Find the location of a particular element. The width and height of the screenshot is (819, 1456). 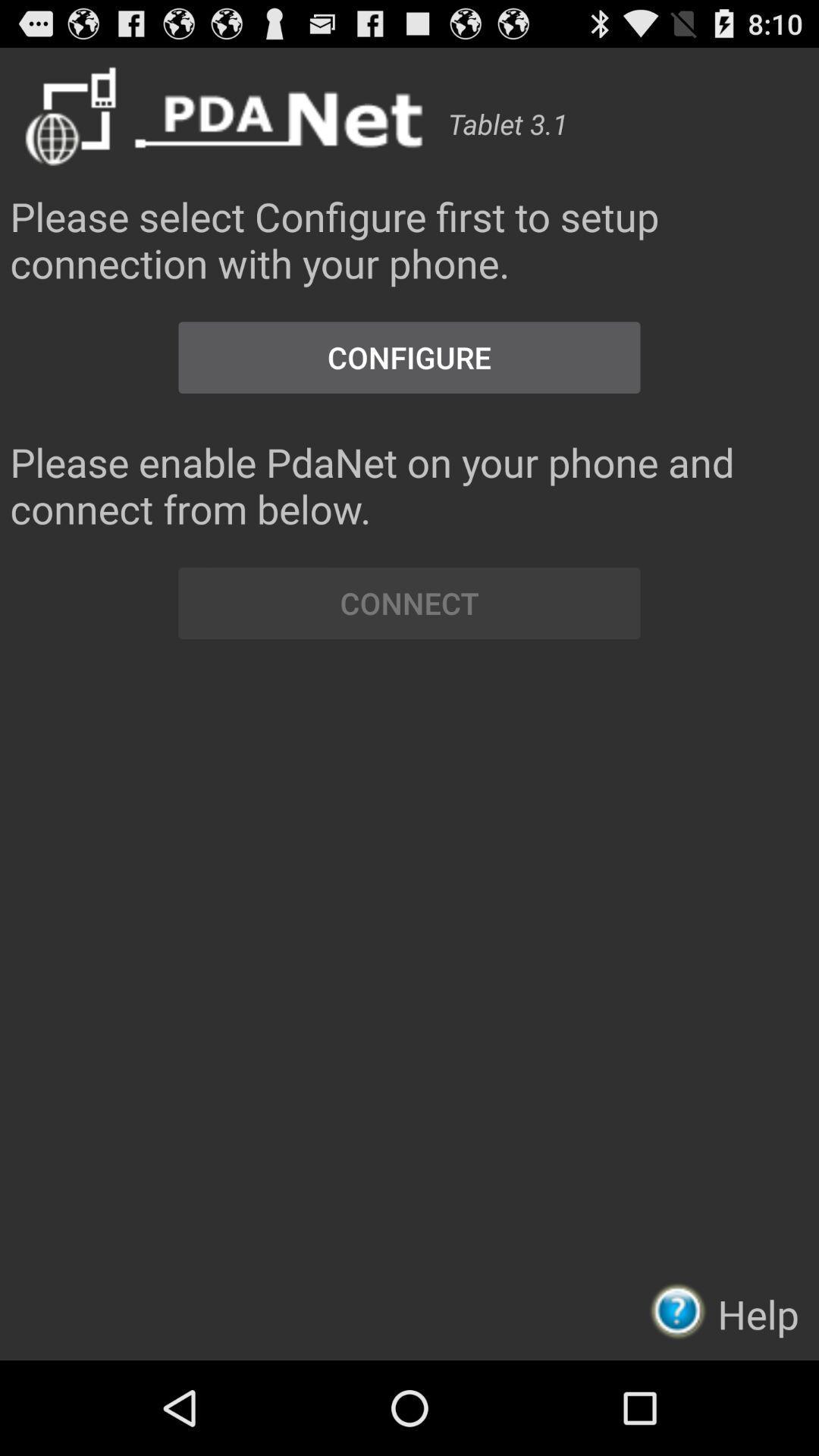

button below connect icon is located at coordinates (682, 1310).